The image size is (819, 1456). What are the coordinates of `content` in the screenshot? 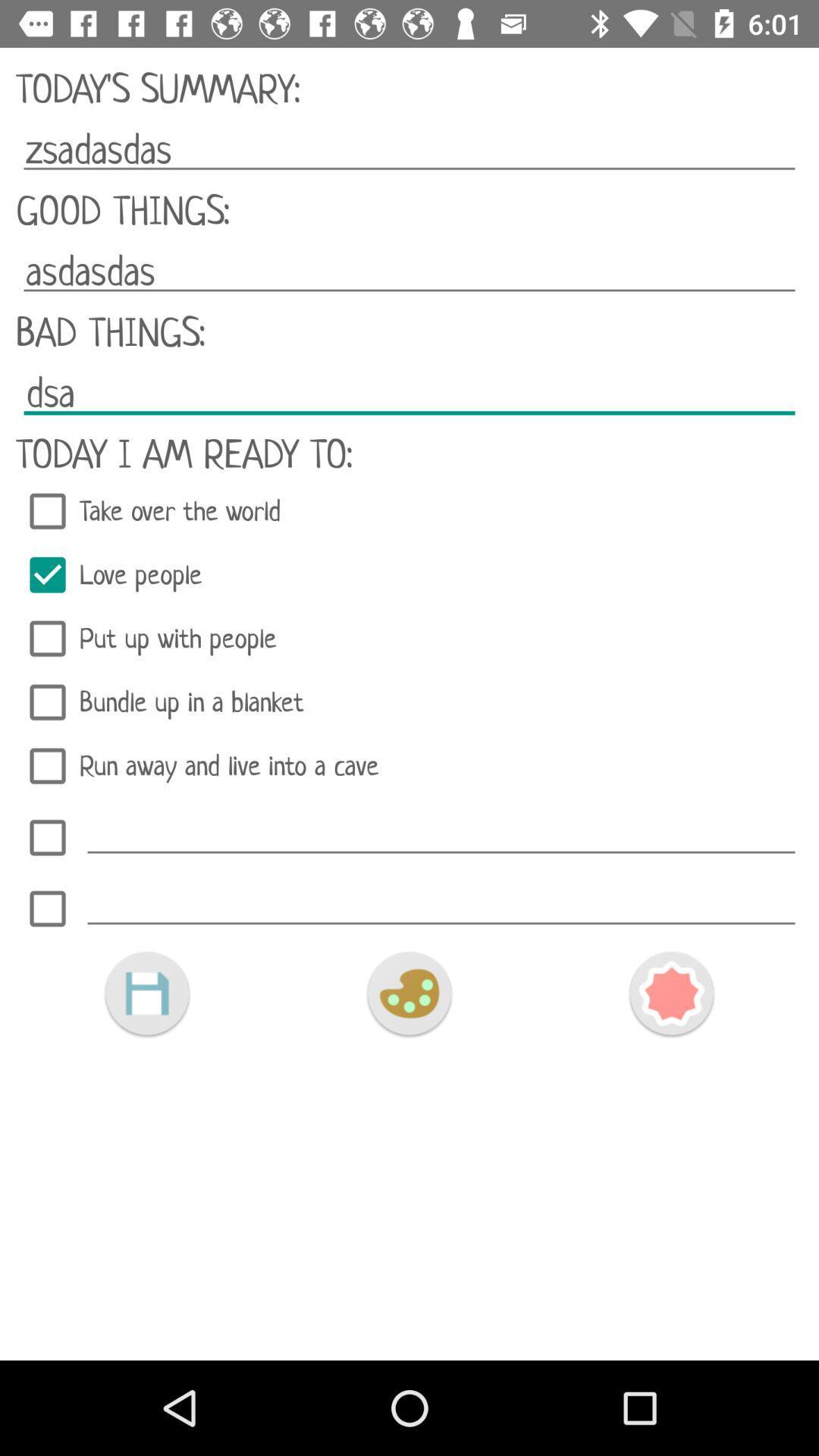 It's located at (146, 993).